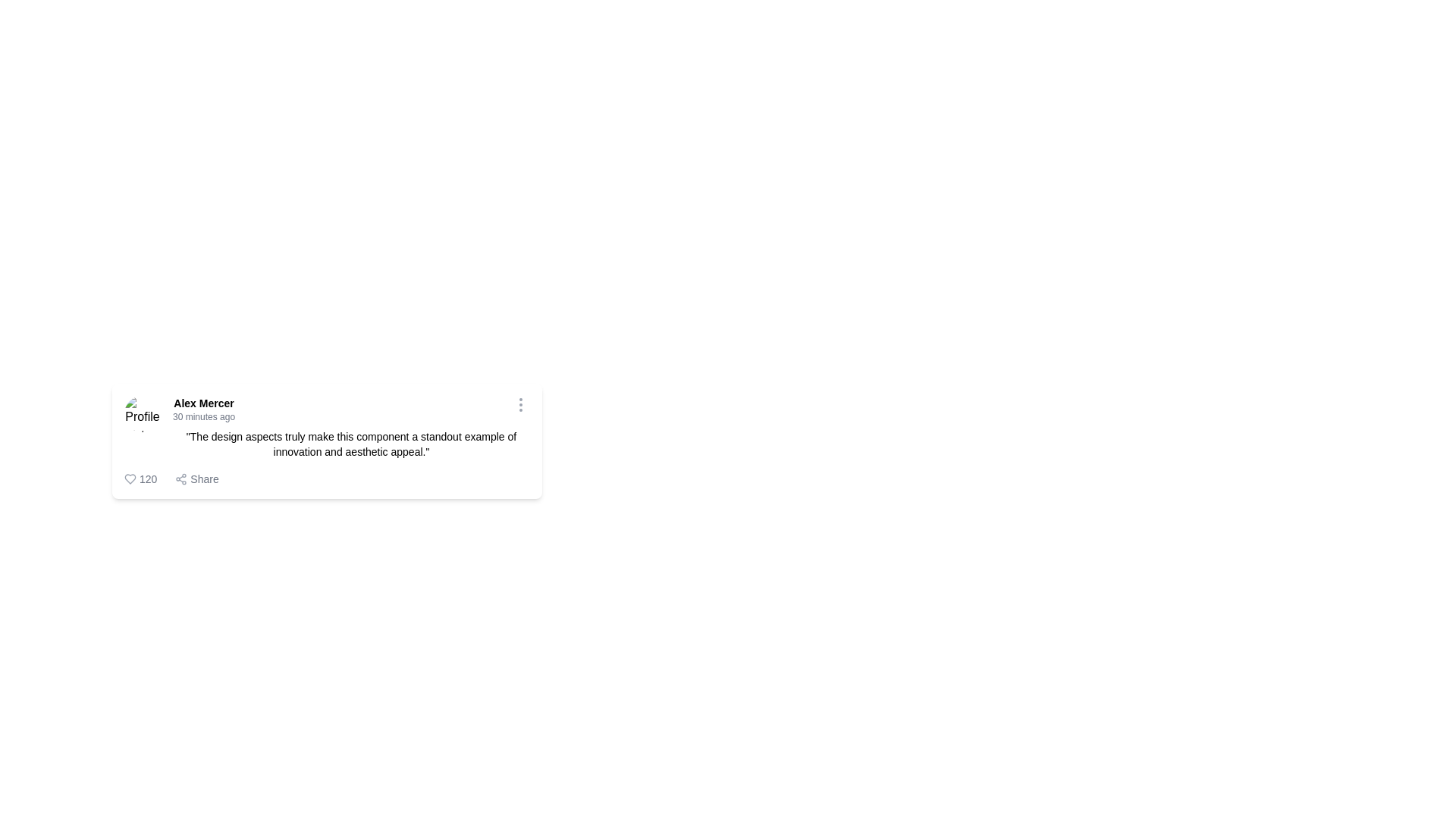 The image size is (1456, 819). What do you see at coordinates (140, 479) in the screenshot?
I see `the Interactive count display with a heart icon and text` at bounding box center [140, 479].